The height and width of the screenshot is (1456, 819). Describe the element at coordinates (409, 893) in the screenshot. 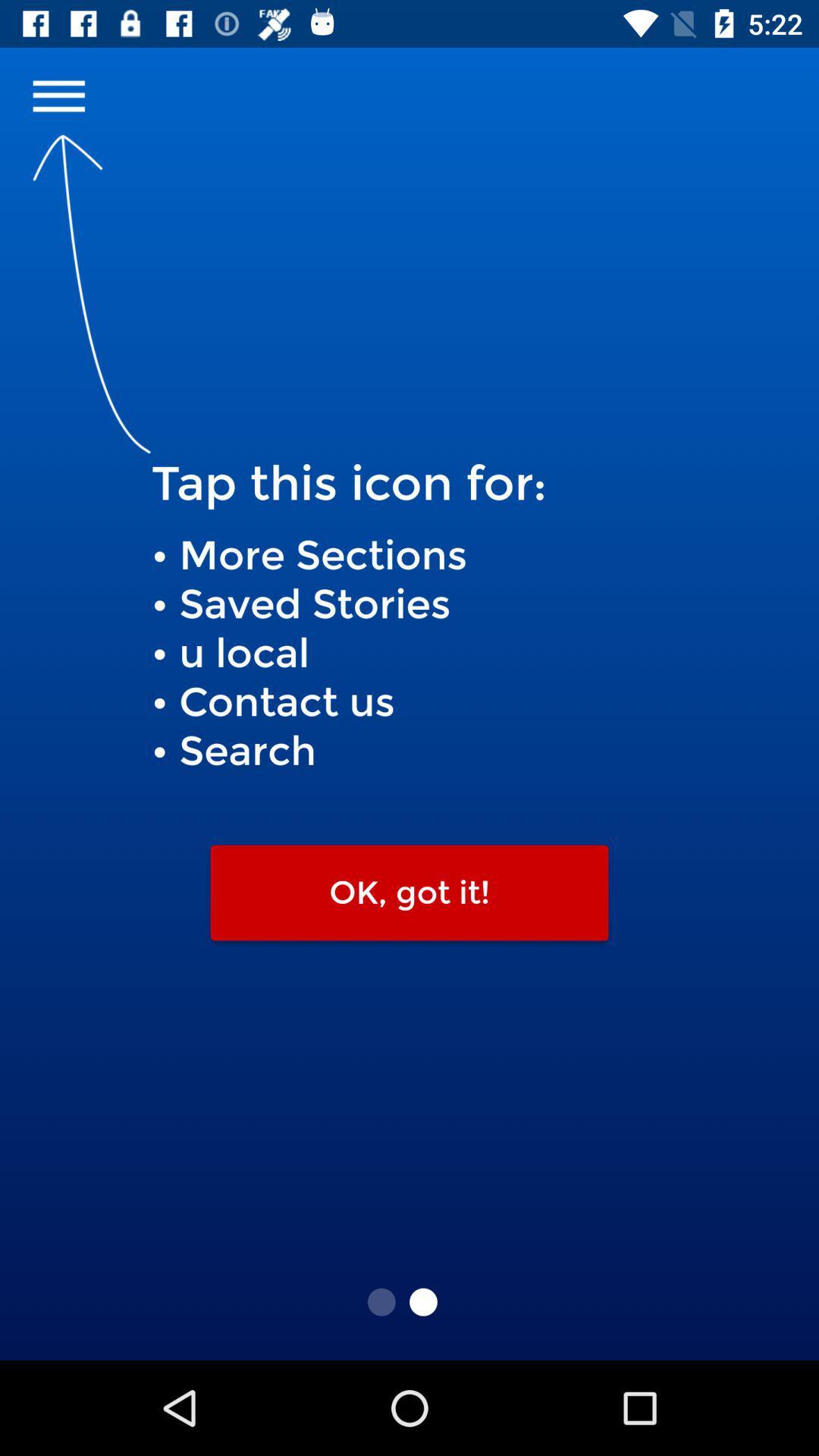

I see `ok, got it!` at that location.